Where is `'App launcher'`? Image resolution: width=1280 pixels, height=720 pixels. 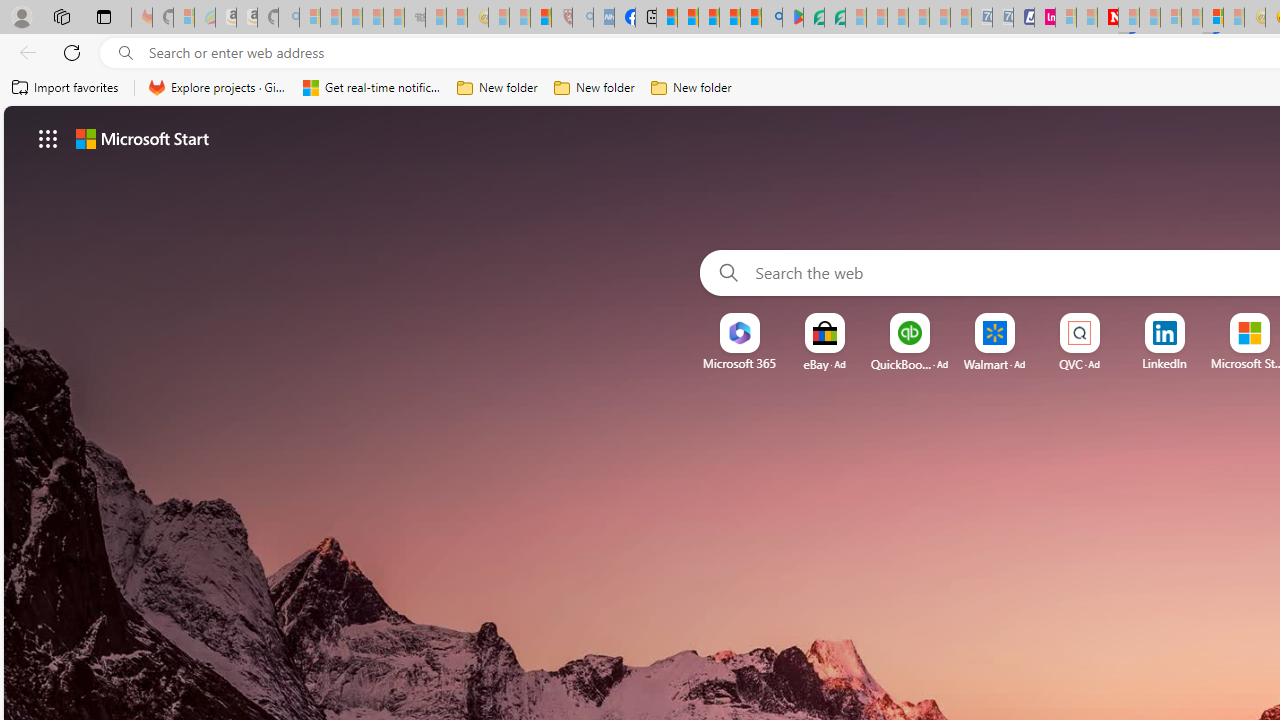
'App launcher' is located at coordinates (48, 137).